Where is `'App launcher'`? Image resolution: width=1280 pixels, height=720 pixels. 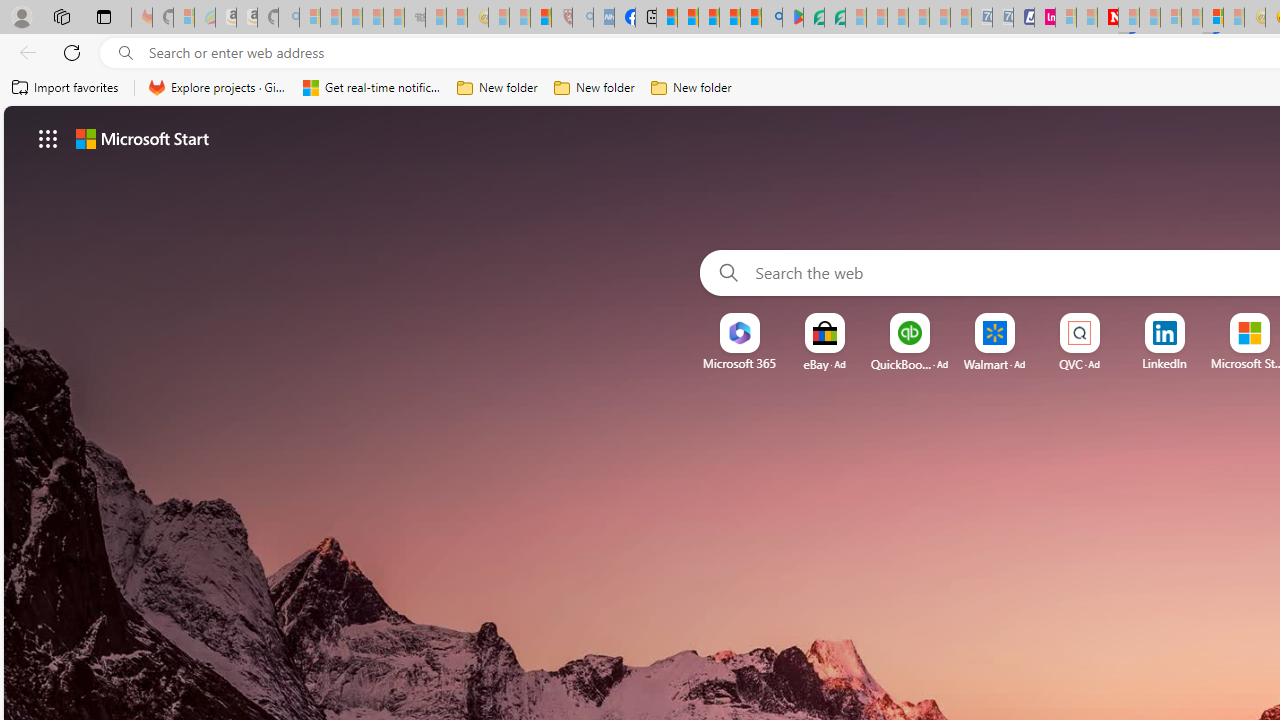
'App launcher' is located at coordinates (48, 137).